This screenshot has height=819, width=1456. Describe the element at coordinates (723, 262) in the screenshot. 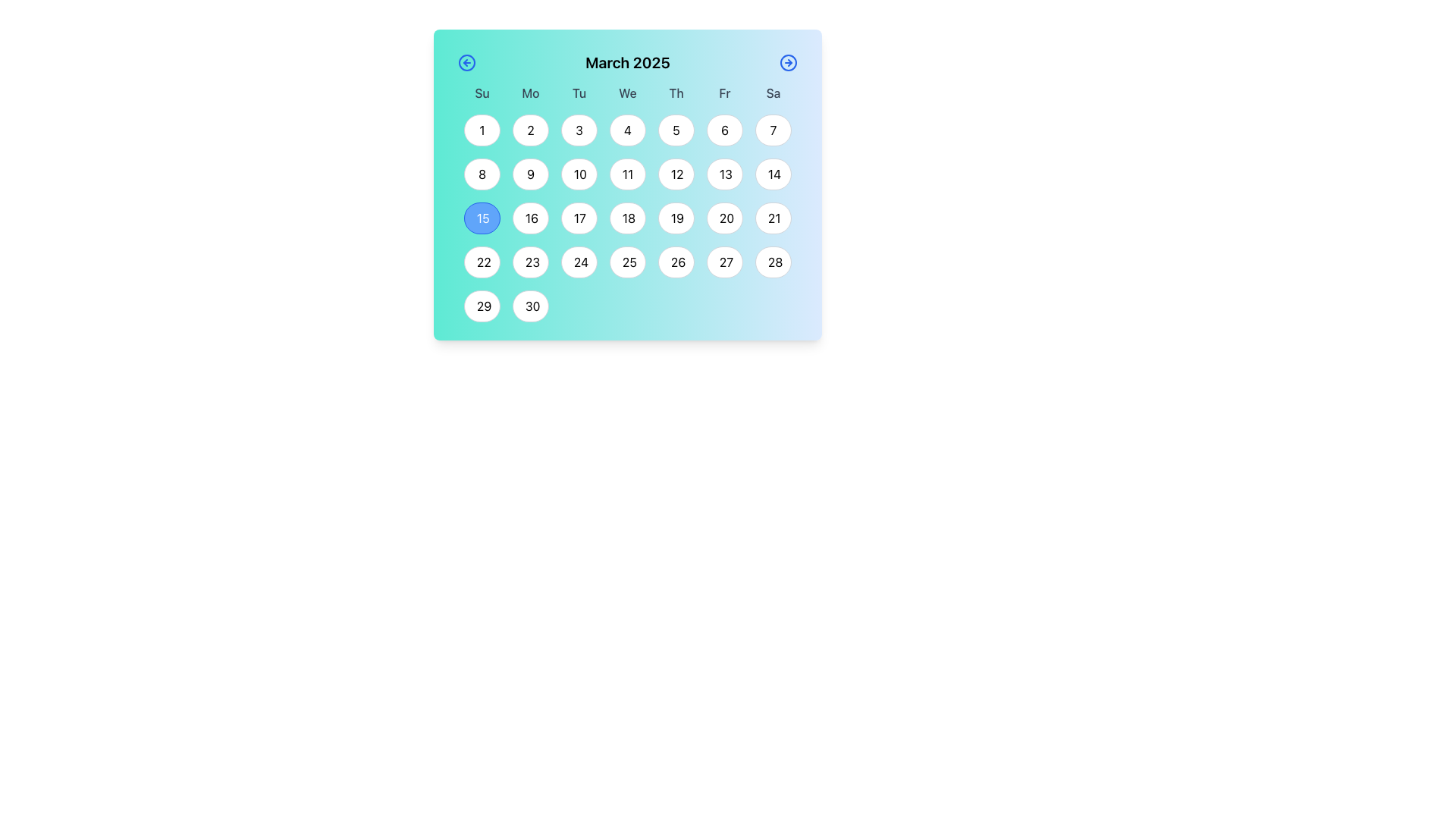

I see `the button representing day 27 in the calendar interface` at that location.